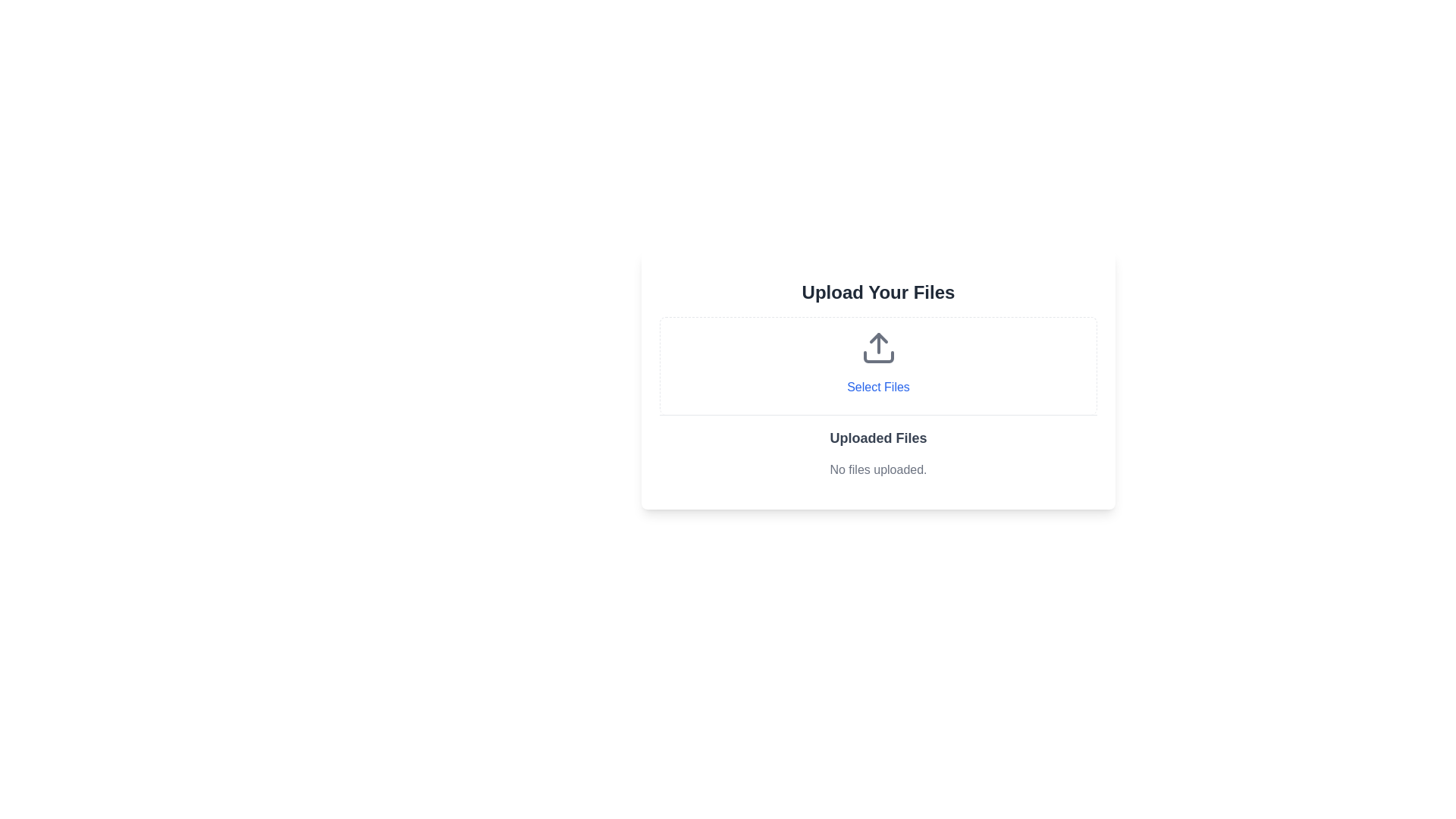 The width and height of the screenshot is (1456, 819). Describe the element at coordinates (878, 348) in the screenshot. I see `the upload icon located in the 'Select Files' button area, which visually represents the file selection functionality under the 'Upload Your Files' section` at that location.